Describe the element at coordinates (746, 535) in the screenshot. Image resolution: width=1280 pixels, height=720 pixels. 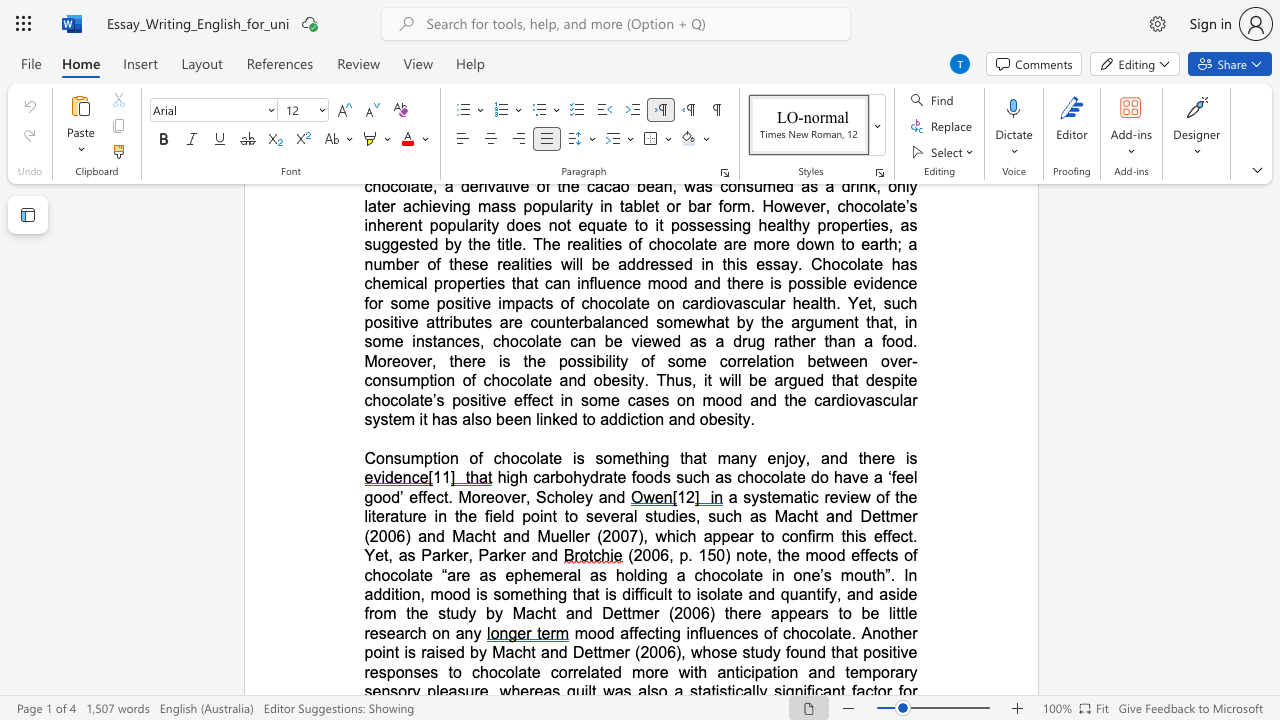
I see `the space between the continuous character "a" and "r" in the text` at that location.